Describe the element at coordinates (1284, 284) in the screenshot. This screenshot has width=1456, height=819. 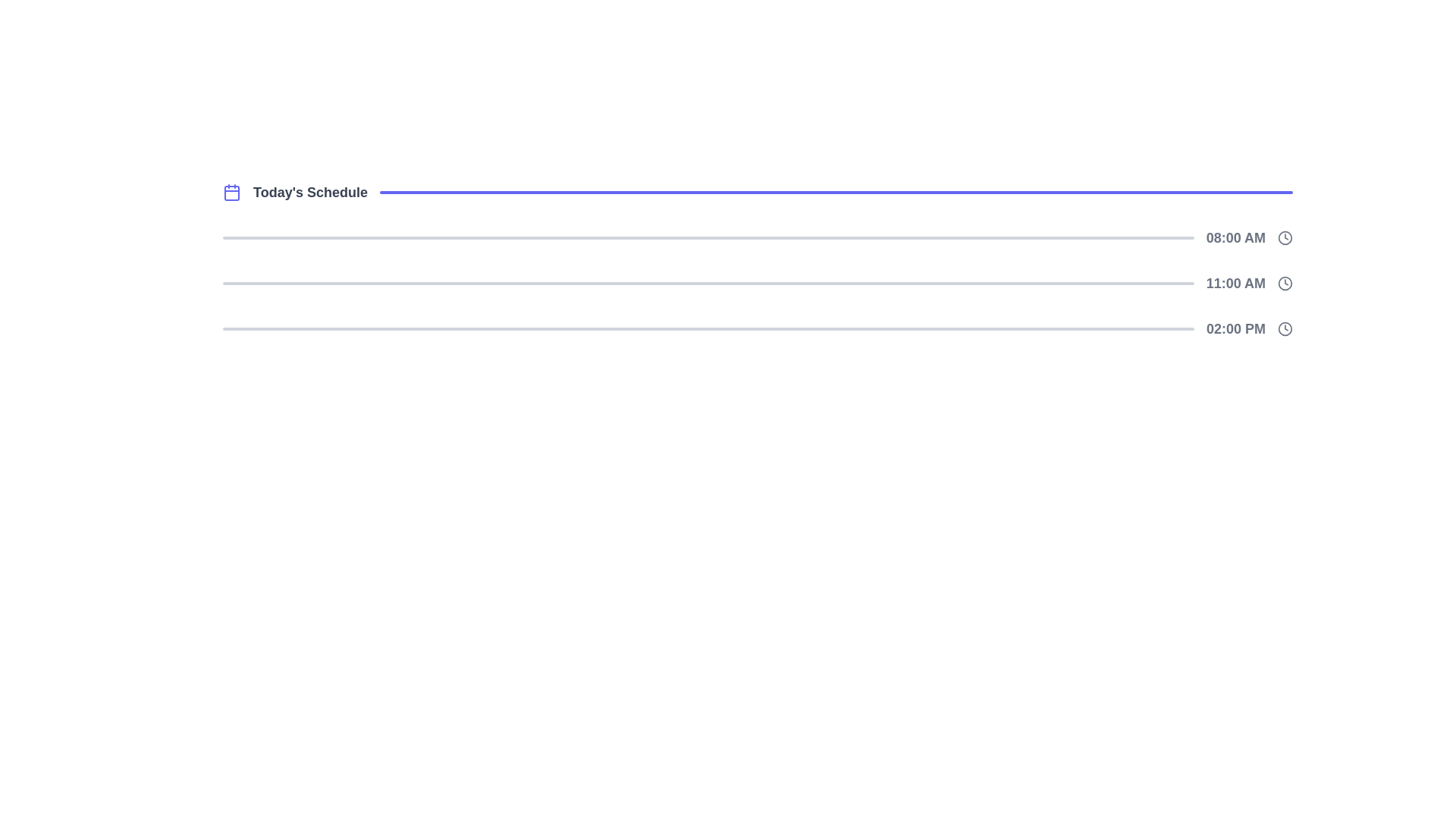
I see `the outer circular graphic of the clock icon, which represents the boundary of the clock and is located to the right of the '11:00 AM' text in the schedule interface` at that location.